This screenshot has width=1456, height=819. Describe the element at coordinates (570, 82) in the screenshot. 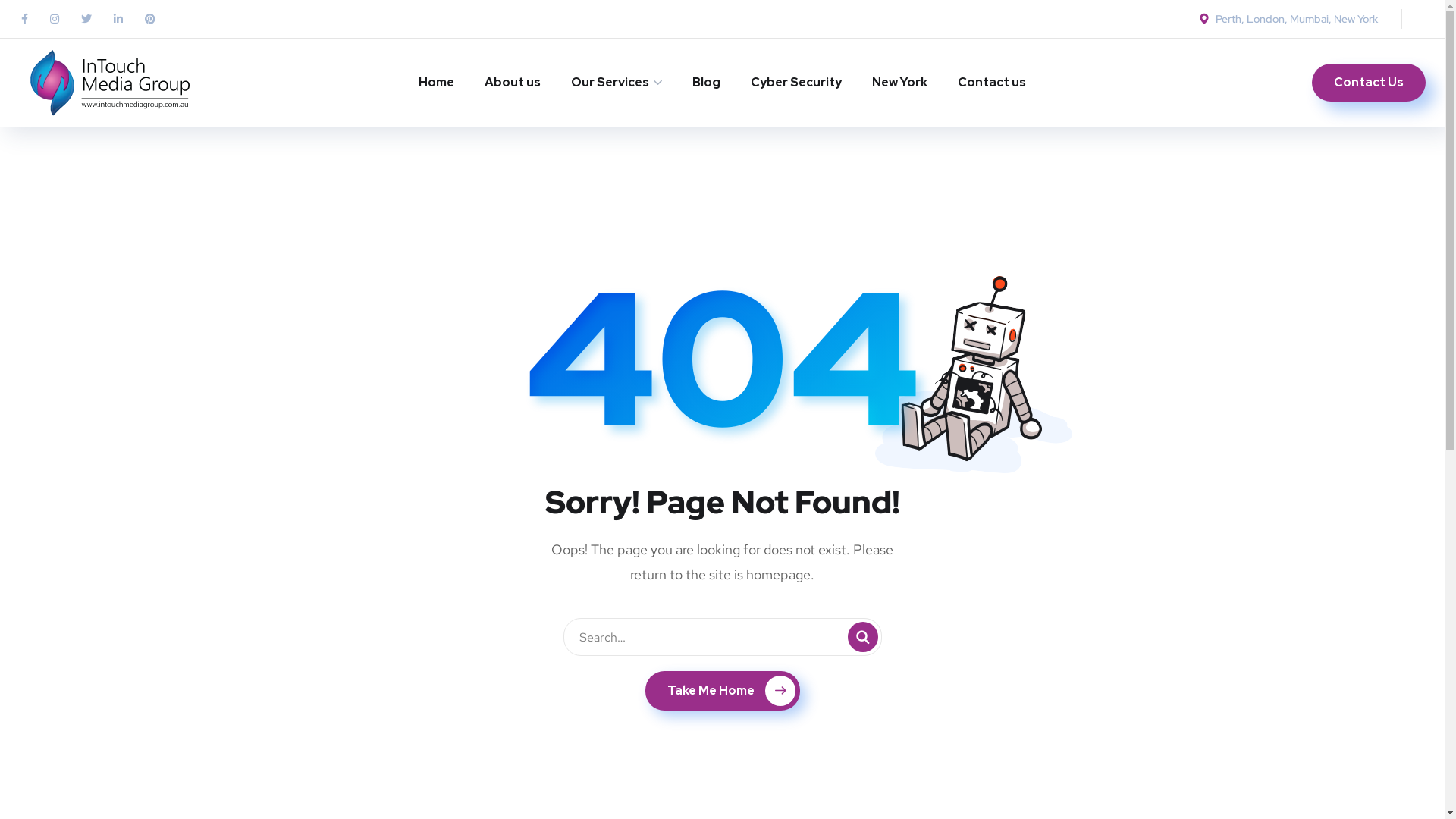

I see `'Our Services'` at that location.